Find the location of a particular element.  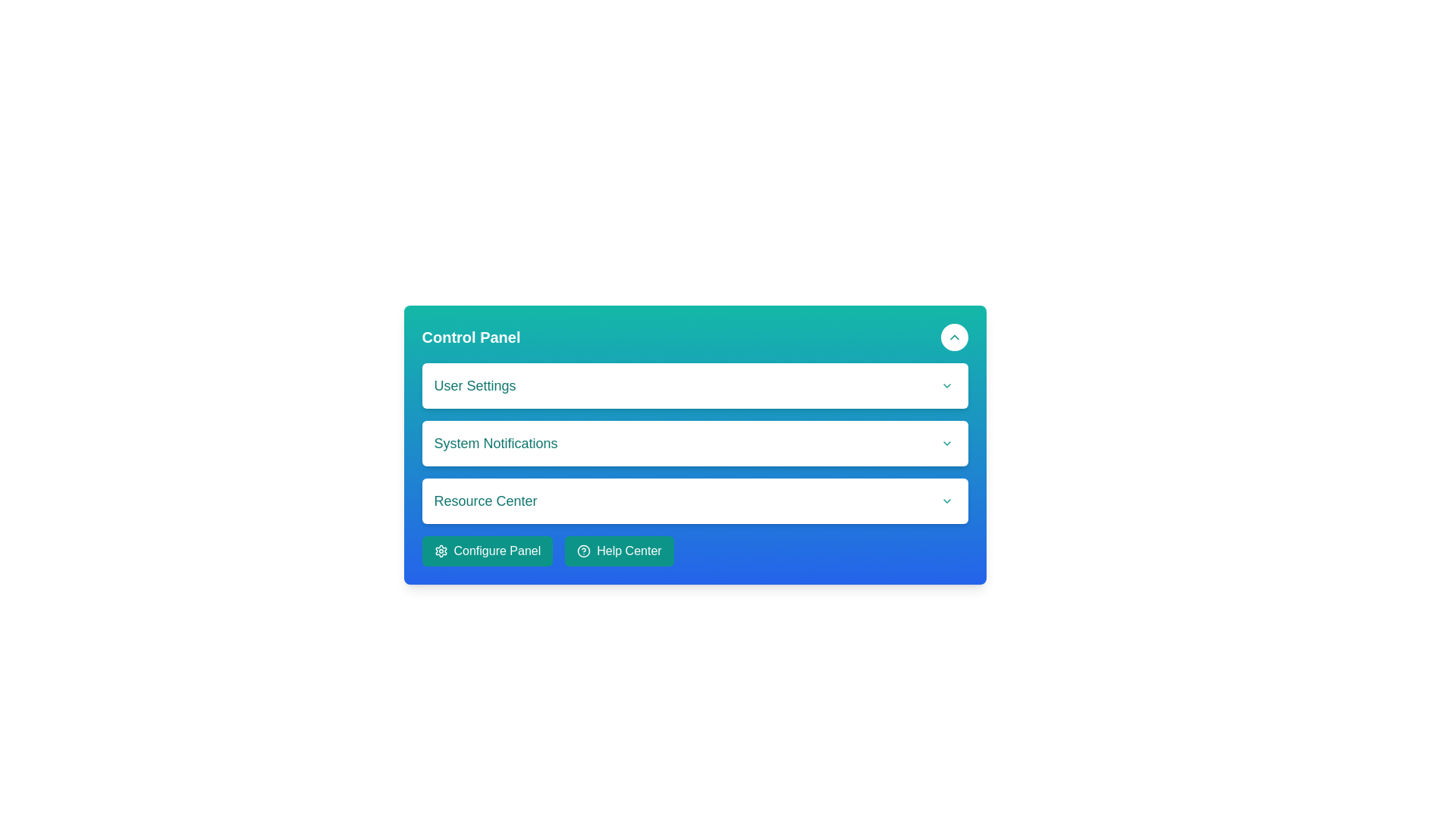

text label that serves as a title or header for the current panel, located near the top-left corner of the horizontal bar in the interface is located at coordinates (470, 336).